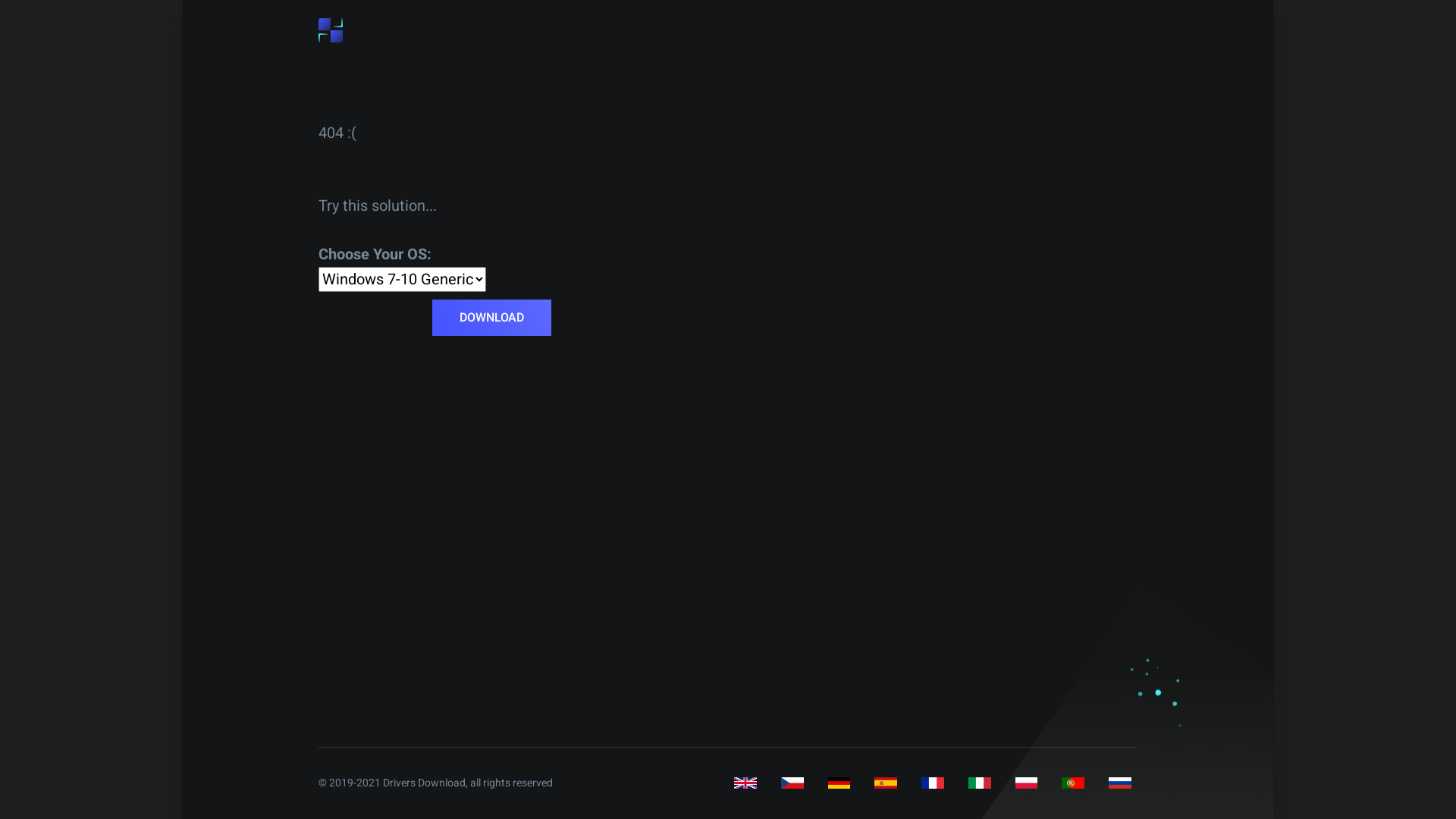 The image size is (1456, 819). What do you see at coordinates (491, 317) in the screenshot?
I see `'DOWNLOAD'` at bounding box center [491, 317].